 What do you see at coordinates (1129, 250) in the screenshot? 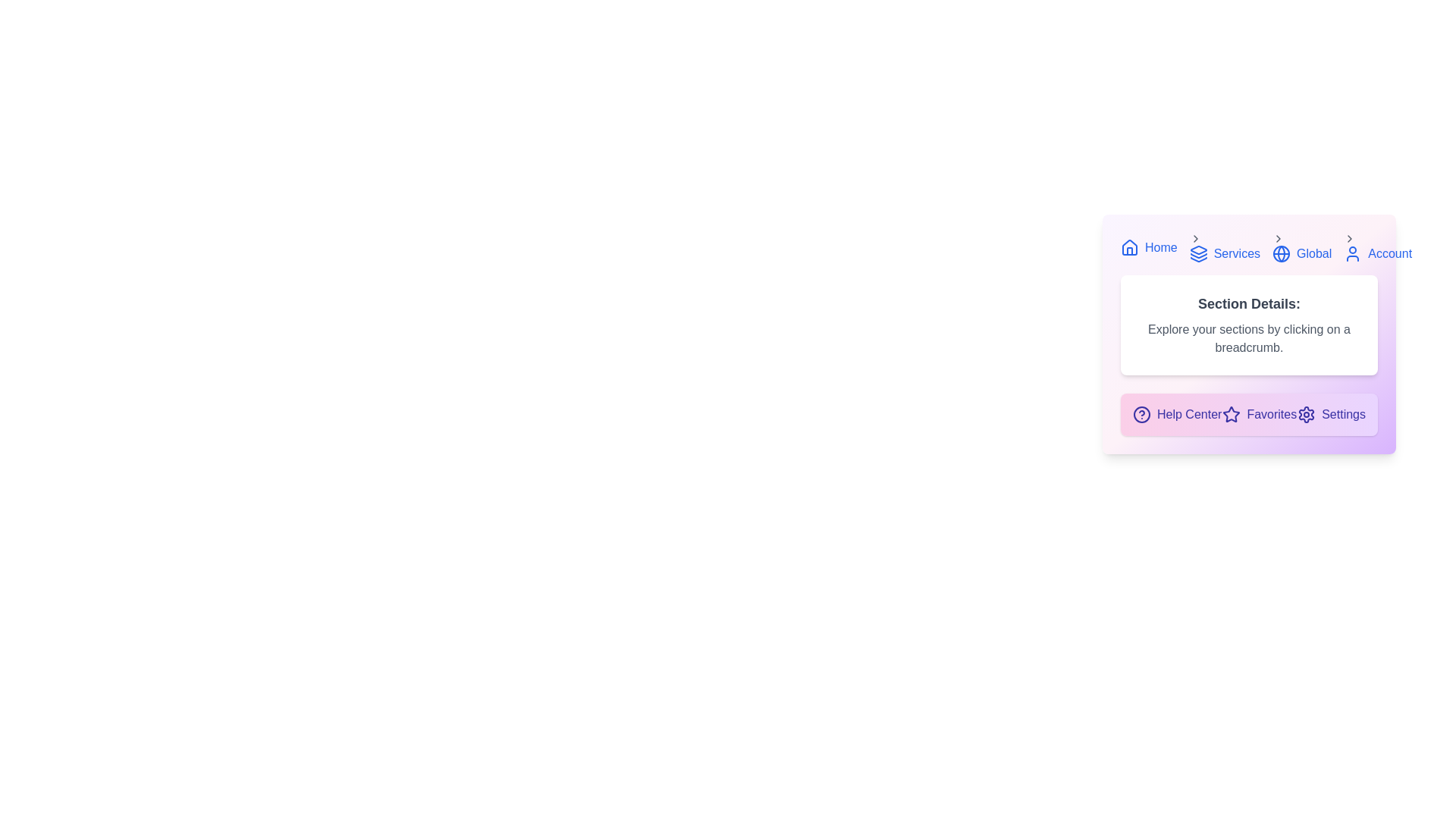
I see `the decorative door element of the house icon located at the bottom center of the house icon in the navigation bar` at bounding box center [1129, 250].